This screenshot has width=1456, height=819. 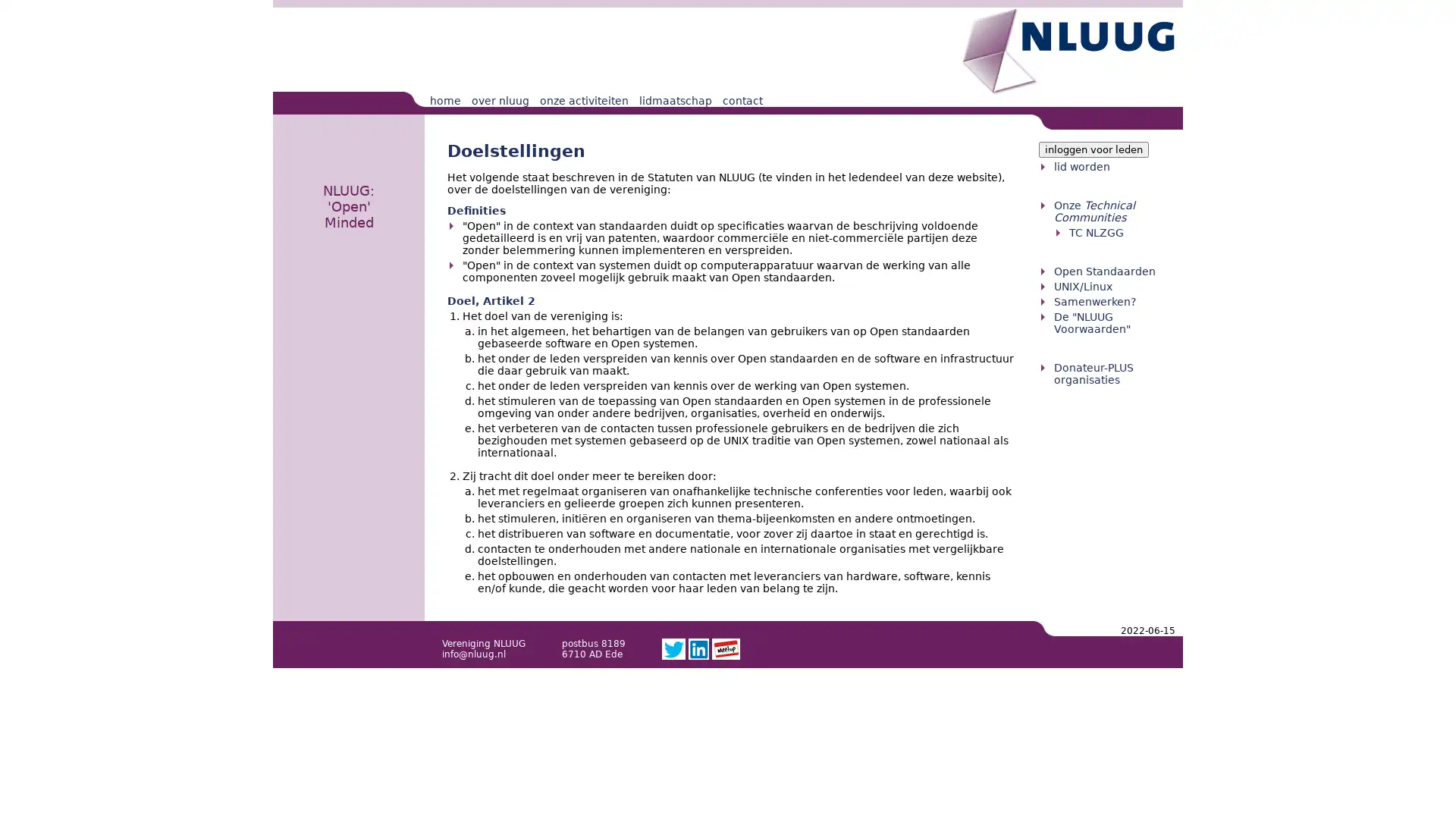 I want to click on inloggen voor leden, so click(x=1094, y=149).